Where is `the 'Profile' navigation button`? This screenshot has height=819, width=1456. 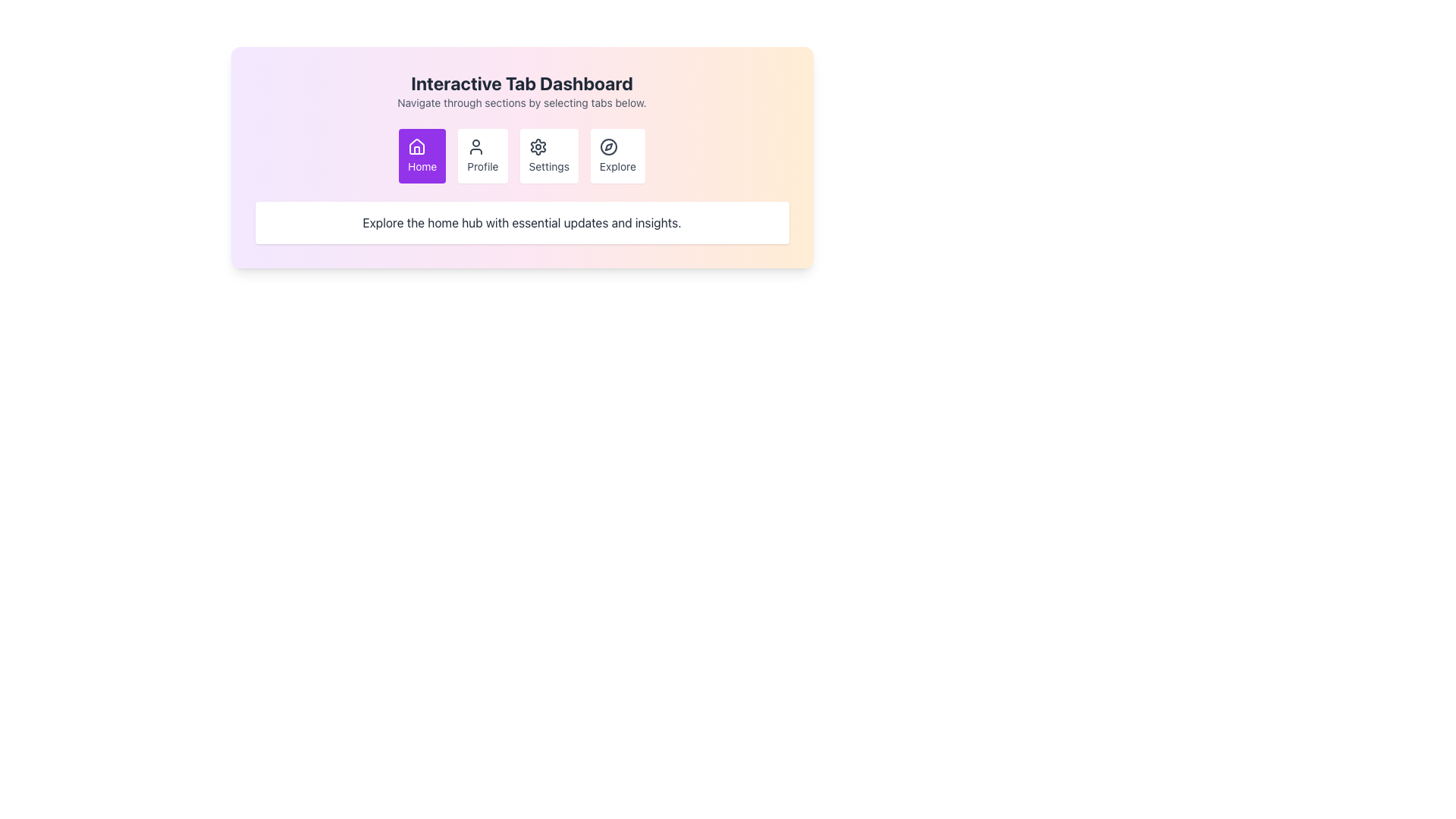
the 'Profile' navigation button is located at coordinates (482, 155).